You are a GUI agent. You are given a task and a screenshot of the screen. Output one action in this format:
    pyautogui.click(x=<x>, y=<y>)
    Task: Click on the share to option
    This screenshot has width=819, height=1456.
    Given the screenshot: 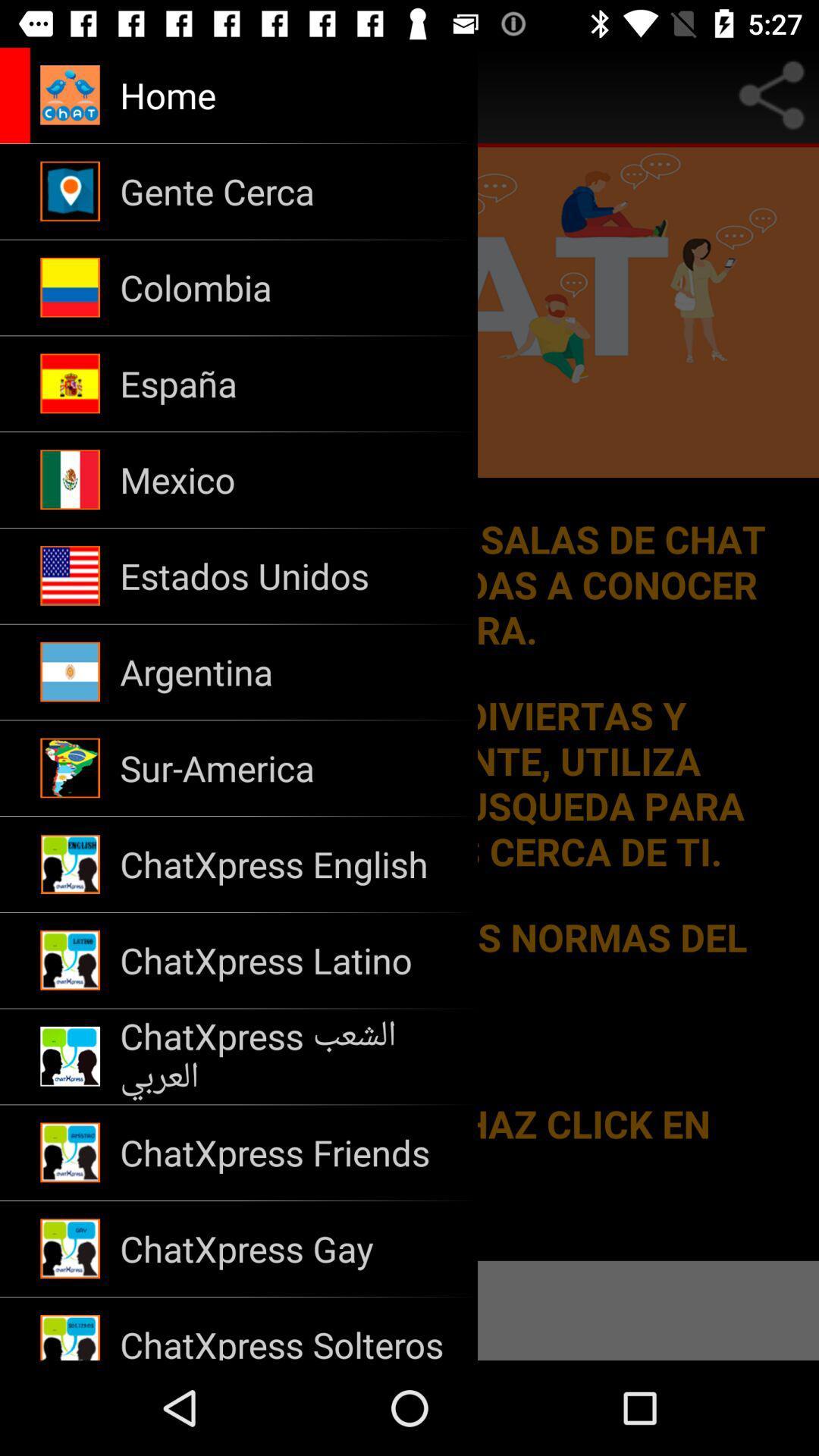 What is the action you would take?
    pyautogui.click(x=771, y=94)
    